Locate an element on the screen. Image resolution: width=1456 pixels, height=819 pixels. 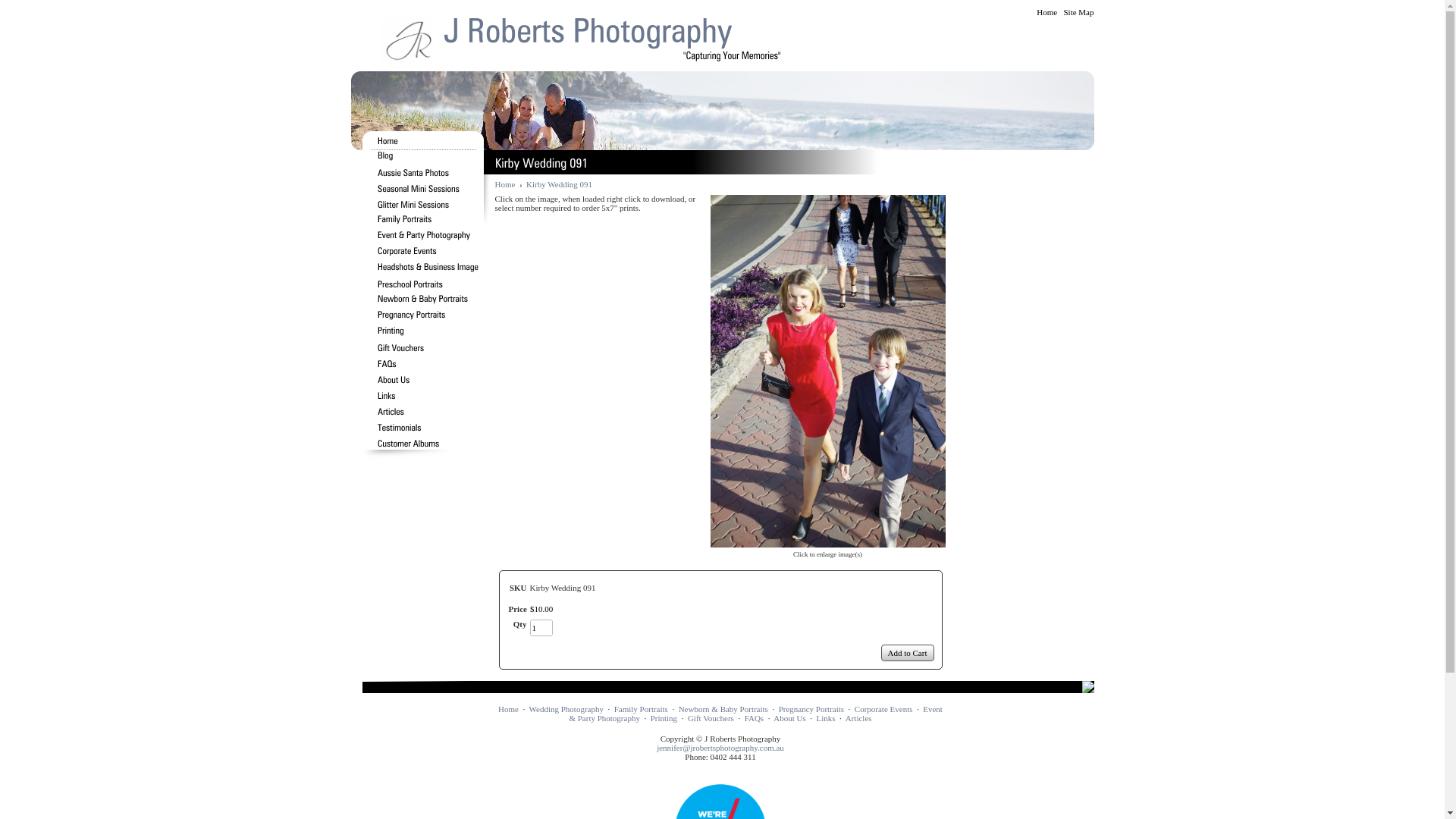
'jennifer@jrobertsphotography.com.au' is located at coordinates (720, 747).